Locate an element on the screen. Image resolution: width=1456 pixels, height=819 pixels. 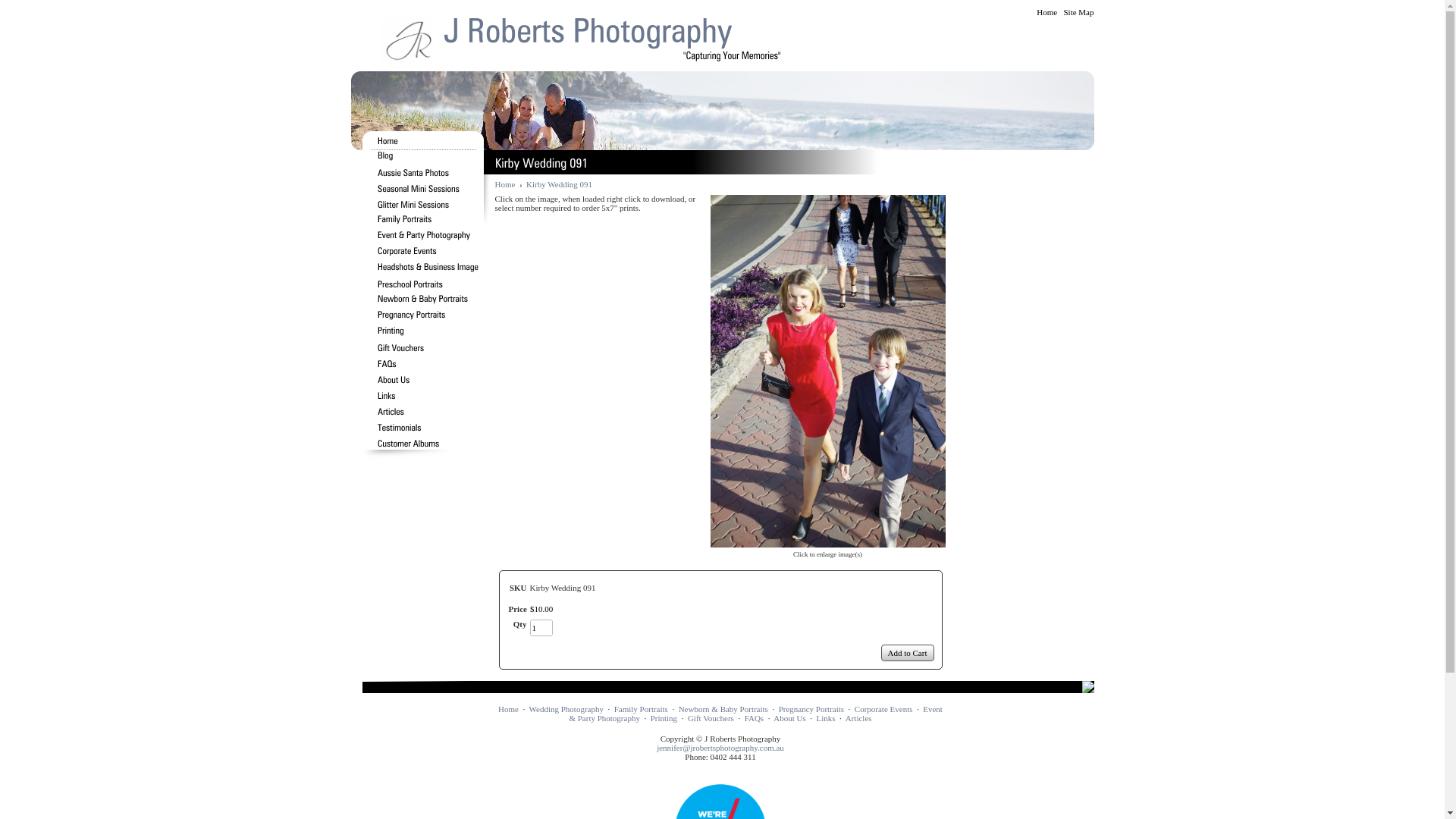
'jennifer@jrobertsphotography.com.au' is located at coordinates (720, 747).